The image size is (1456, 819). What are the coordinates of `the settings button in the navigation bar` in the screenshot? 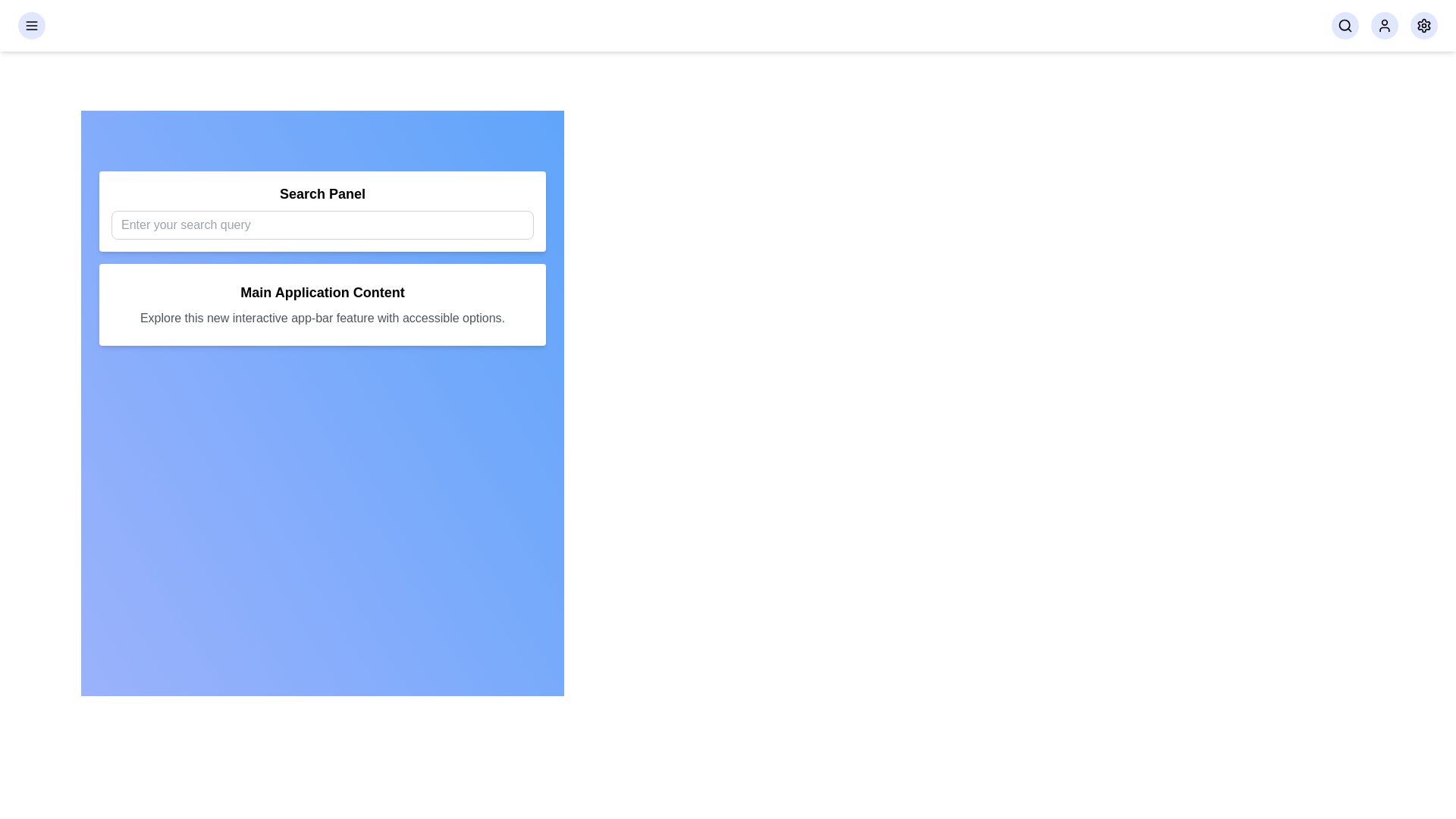 It's located at (1423, 26).